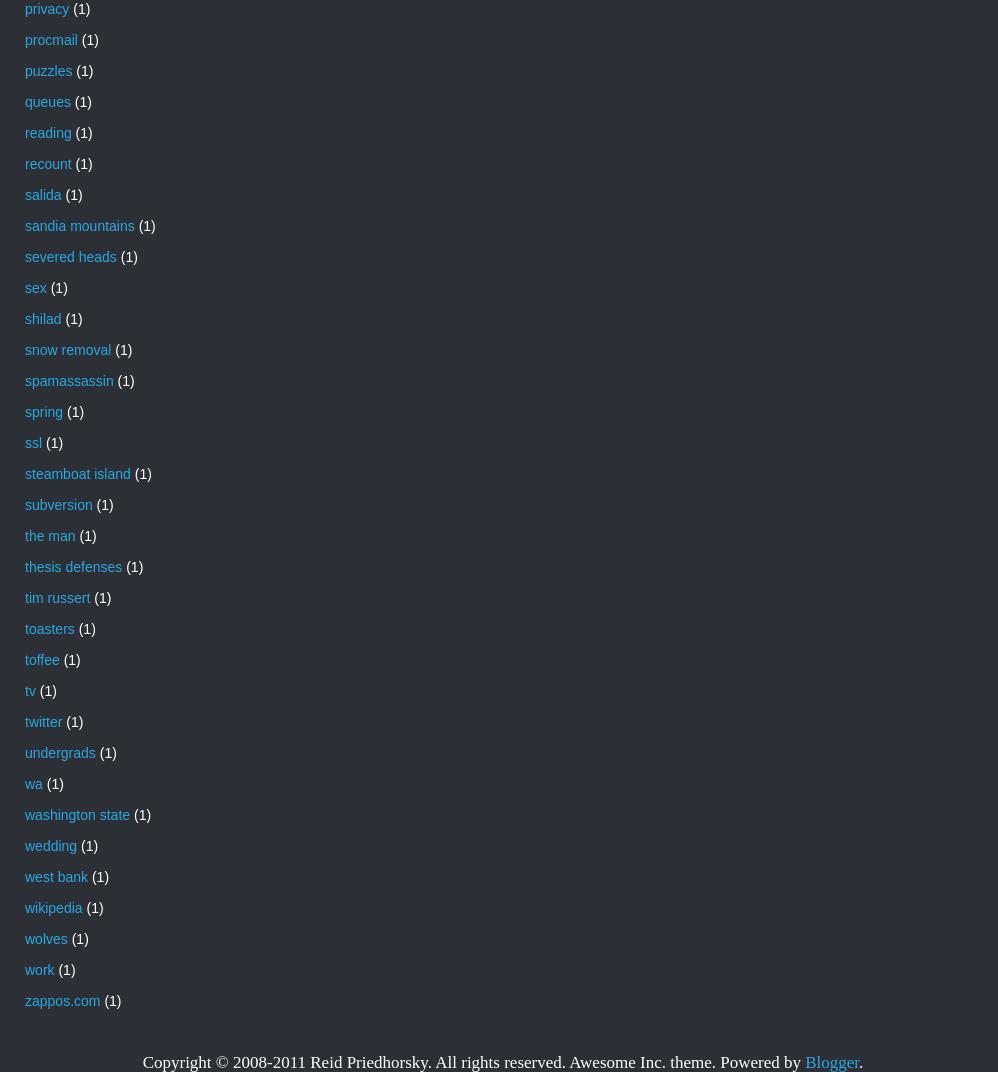  I want to click on 'wa', so click(33, 782).